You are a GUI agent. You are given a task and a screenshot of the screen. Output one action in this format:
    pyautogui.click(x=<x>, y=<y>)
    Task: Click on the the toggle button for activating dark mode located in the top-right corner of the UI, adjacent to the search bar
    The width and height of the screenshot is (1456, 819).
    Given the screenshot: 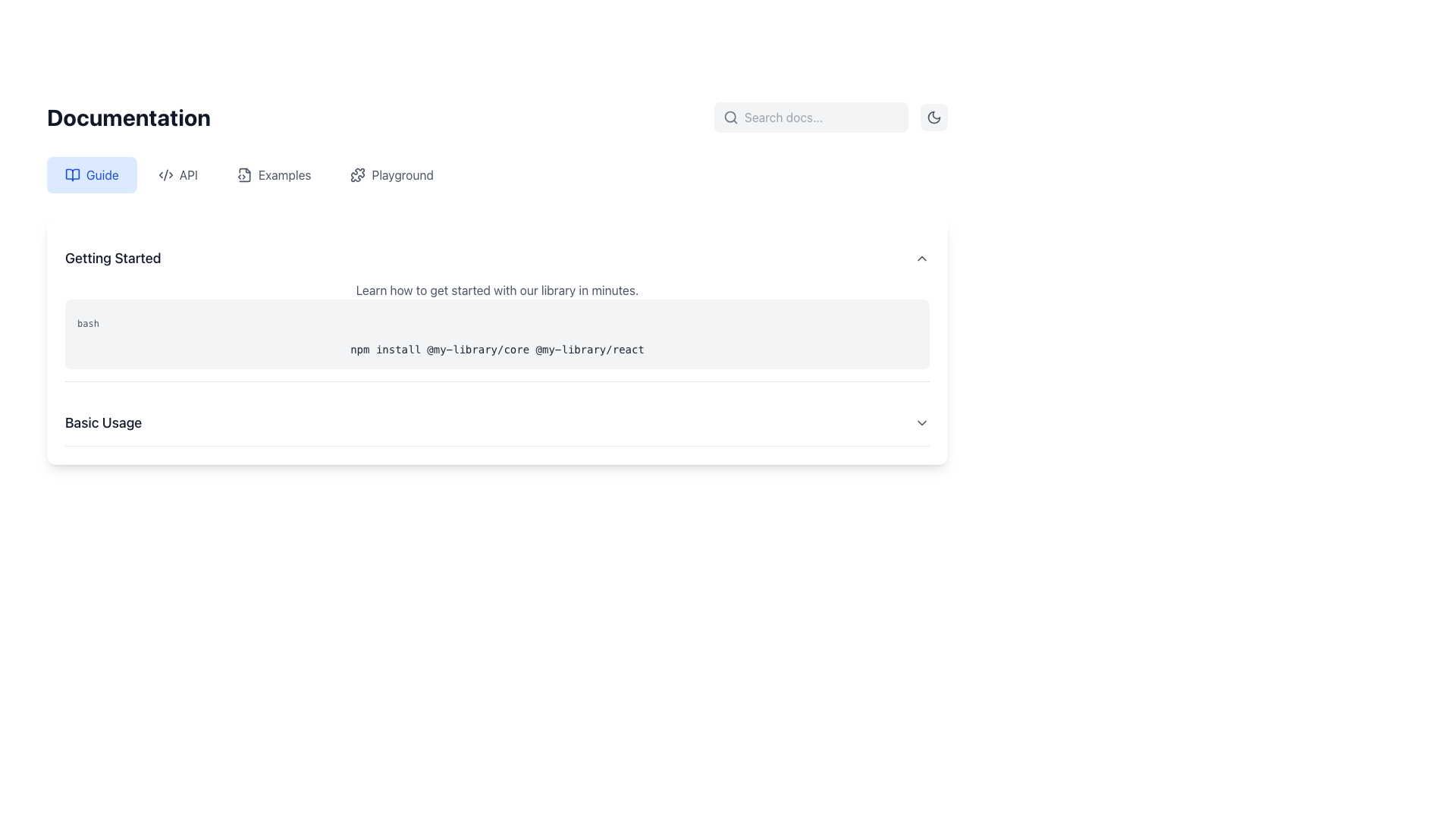 What is the action you would take?
    pyautogui.click(x=934, y=116)
    